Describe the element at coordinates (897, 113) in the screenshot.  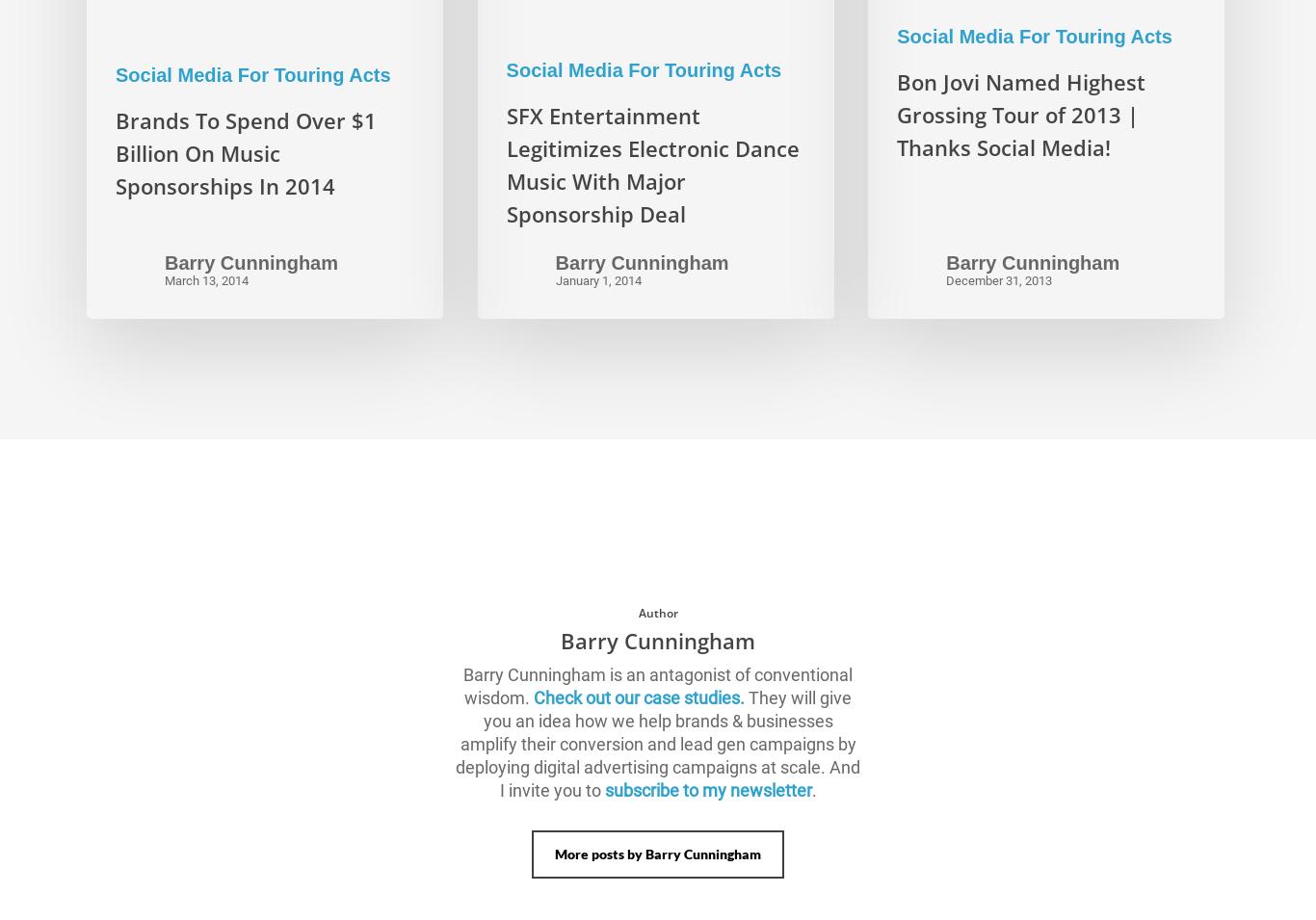
I see `'Bon Jovi Named Highest Grossing Tour of 2013 | Thanks Social Media!'` at that location.